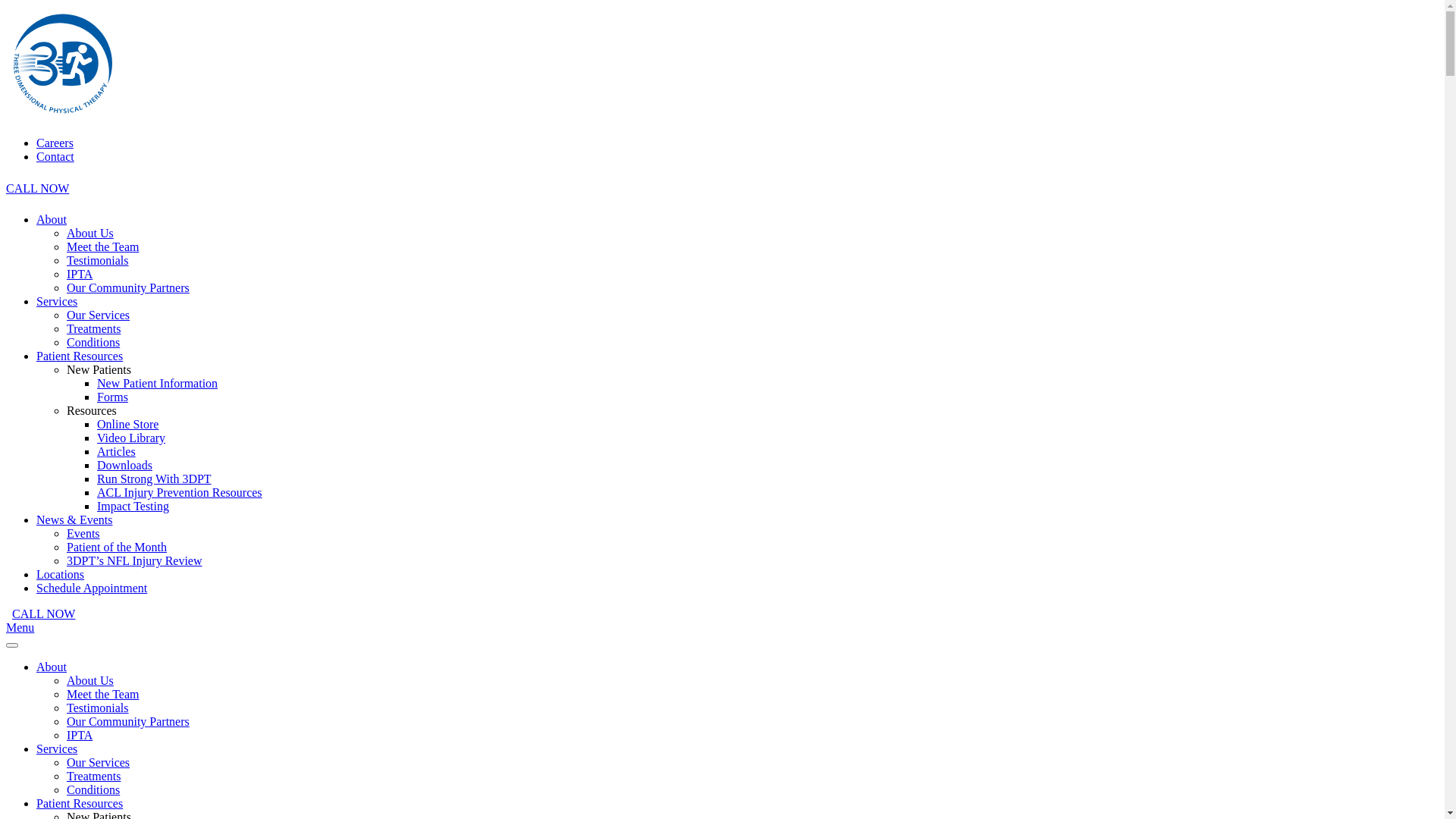  I want to click on 'CALL NOW', so click(37, 187).